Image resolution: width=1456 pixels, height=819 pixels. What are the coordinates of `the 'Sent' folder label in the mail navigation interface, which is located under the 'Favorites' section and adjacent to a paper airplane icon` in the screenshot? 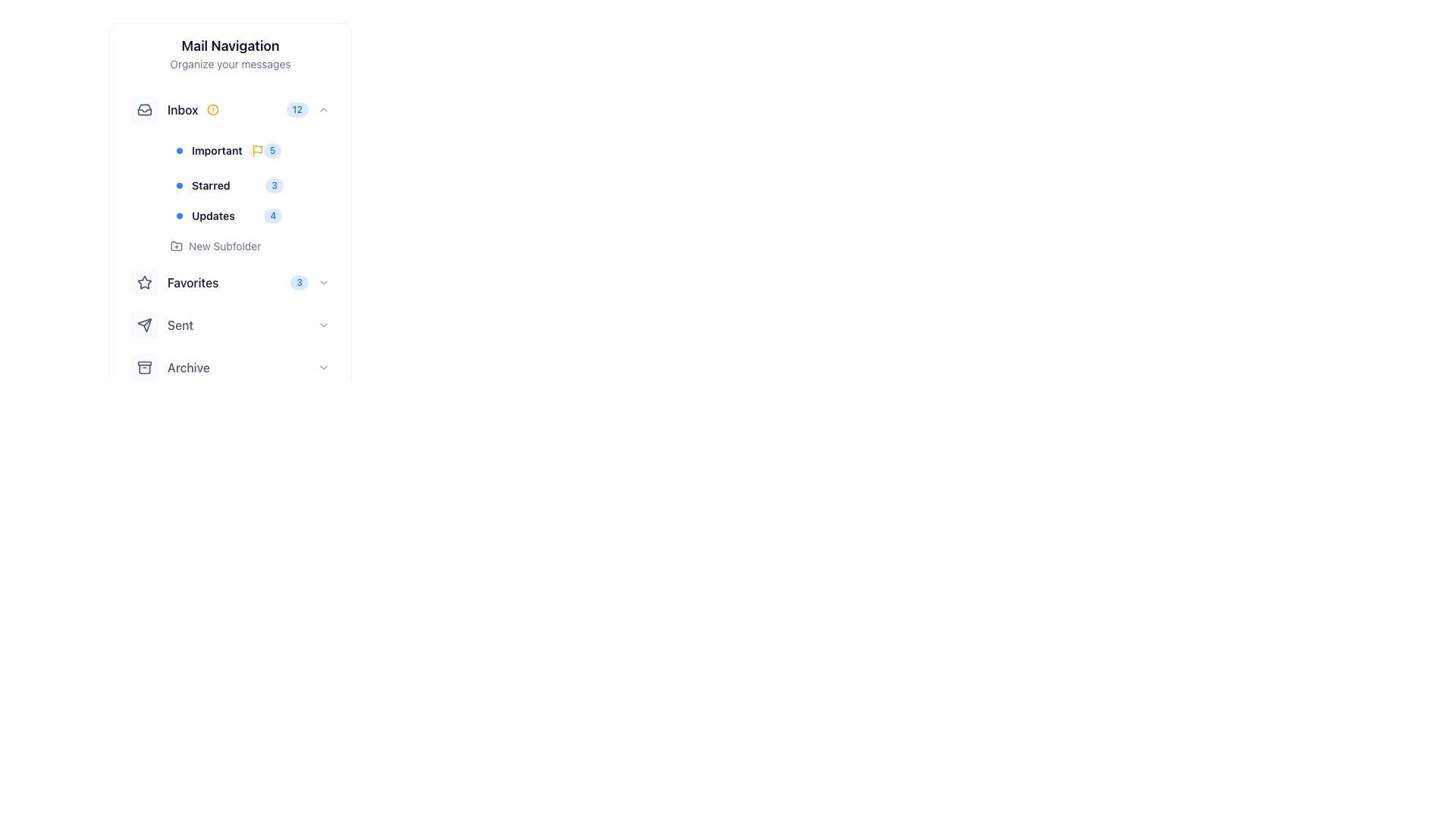 It's located at (180, 324).